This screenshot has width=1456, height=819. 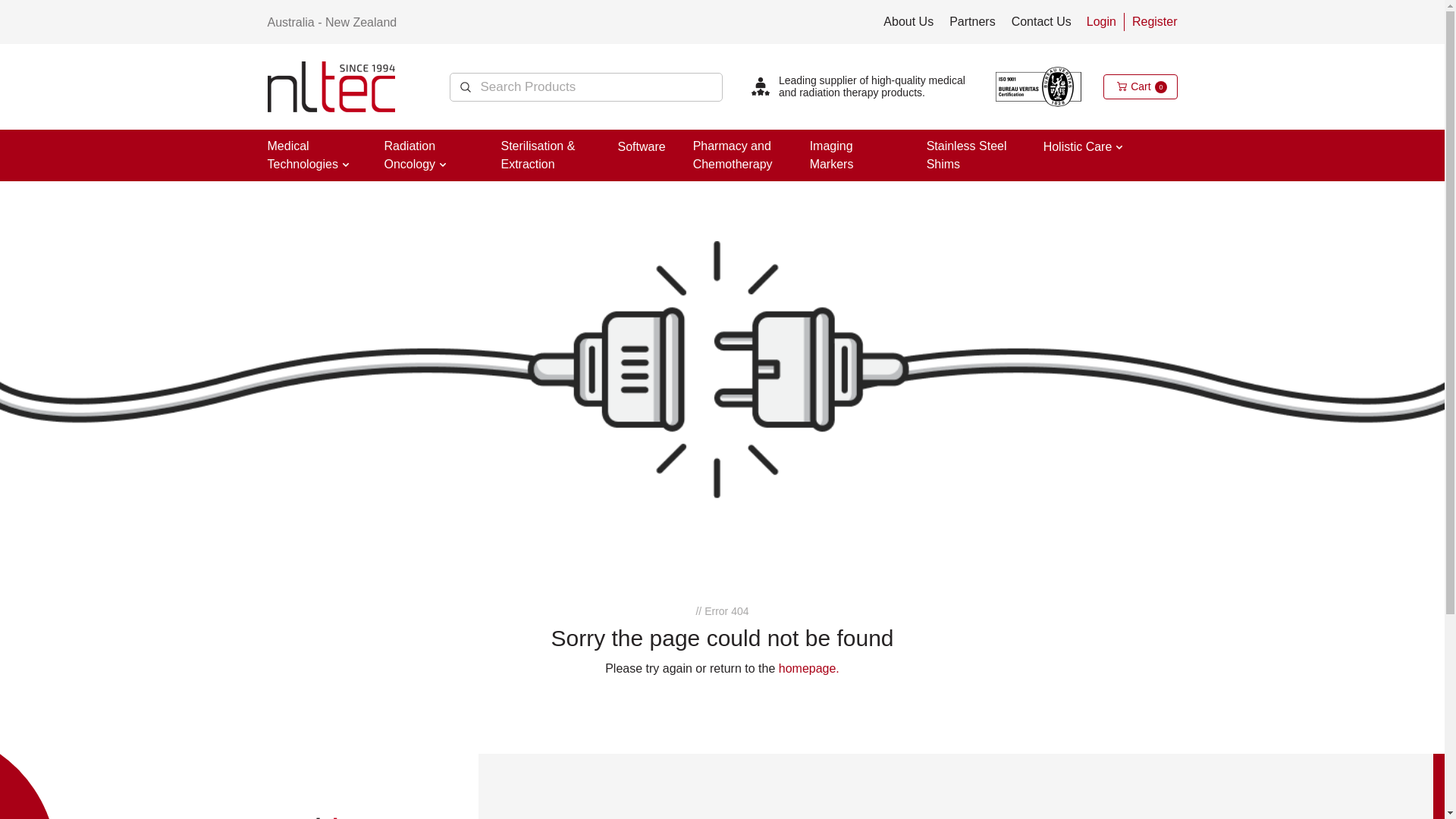 What do you see at coordinates (1140, 86) in the screenshot?
I see `'Cart 0'` at bounding box center [1140, 86].